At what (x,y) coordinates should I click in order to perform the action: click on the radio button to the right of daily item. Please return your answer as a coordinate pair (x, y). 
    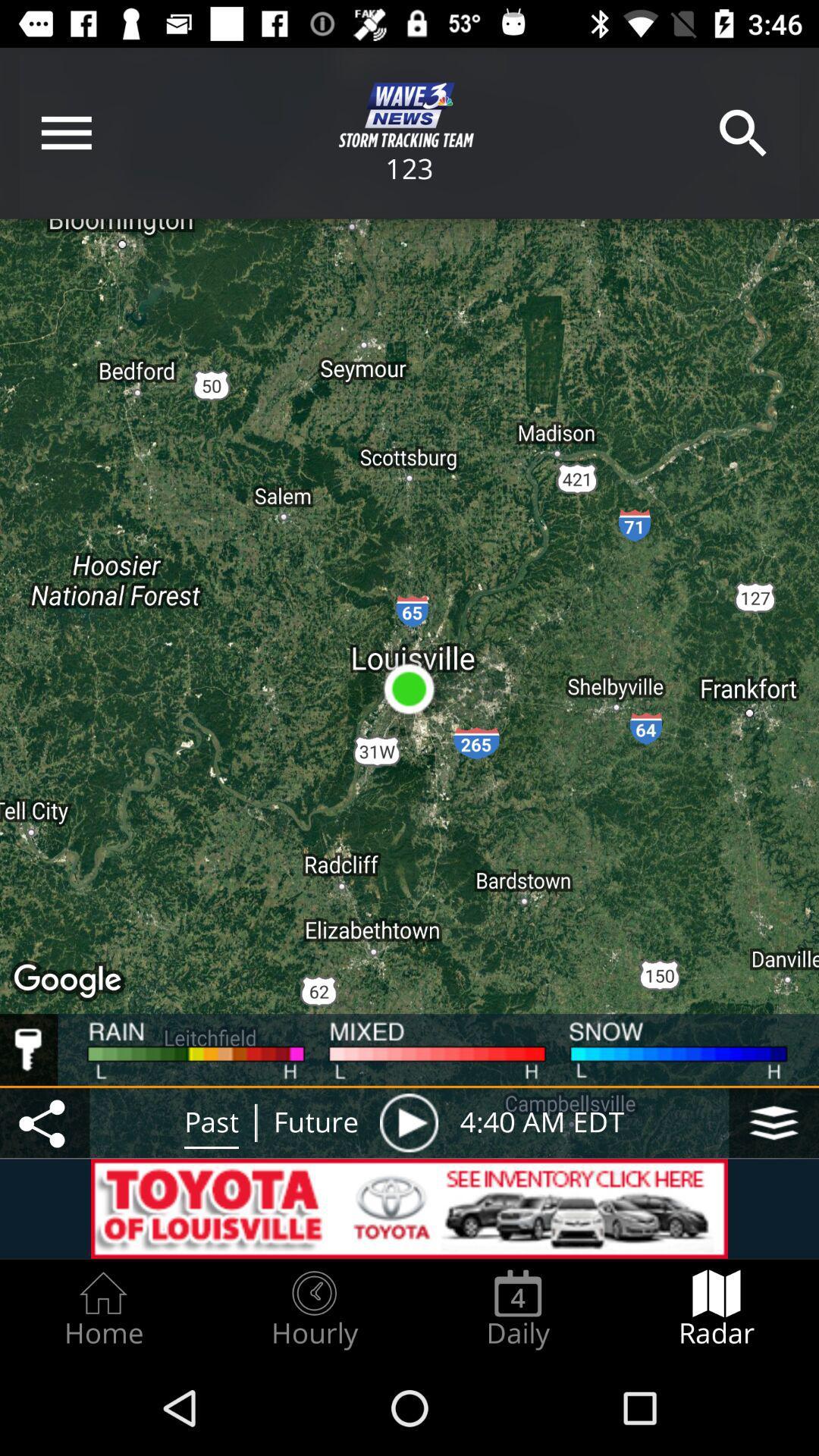
    Looking at the image, I should click on (717, 1309).